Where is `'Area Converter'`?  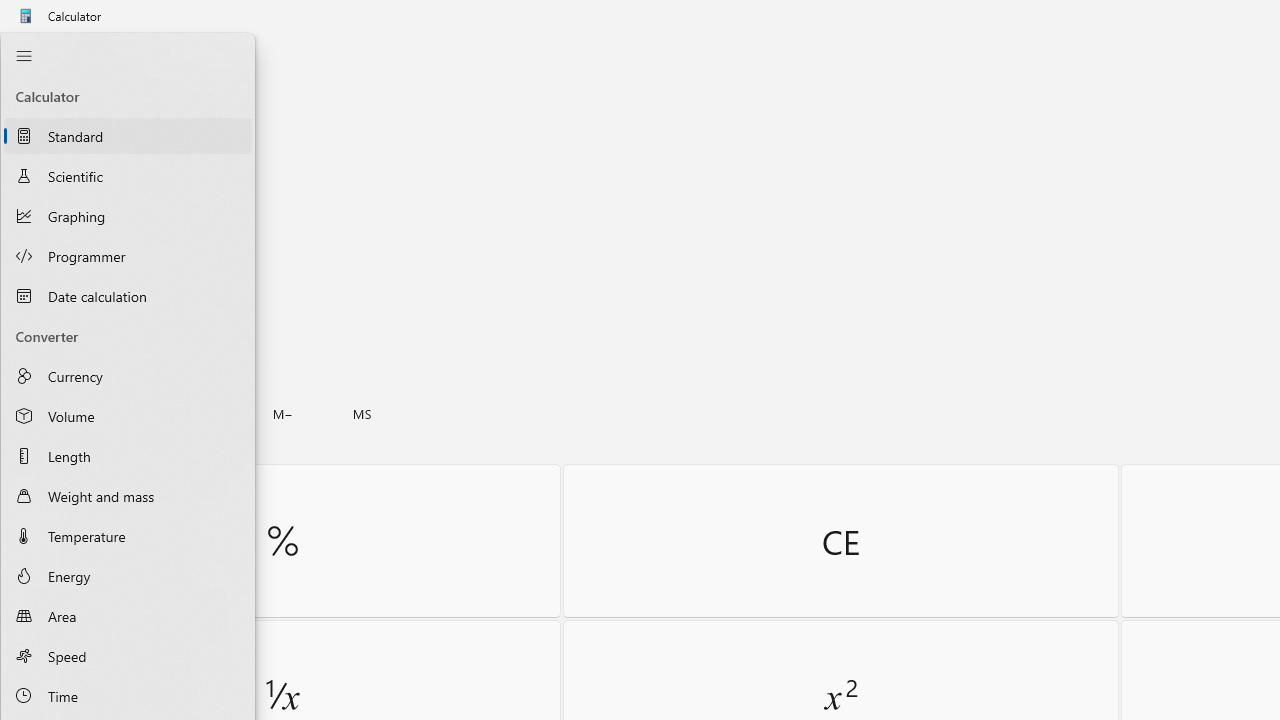 'Area Converter' is located at coordinates (127, 615).